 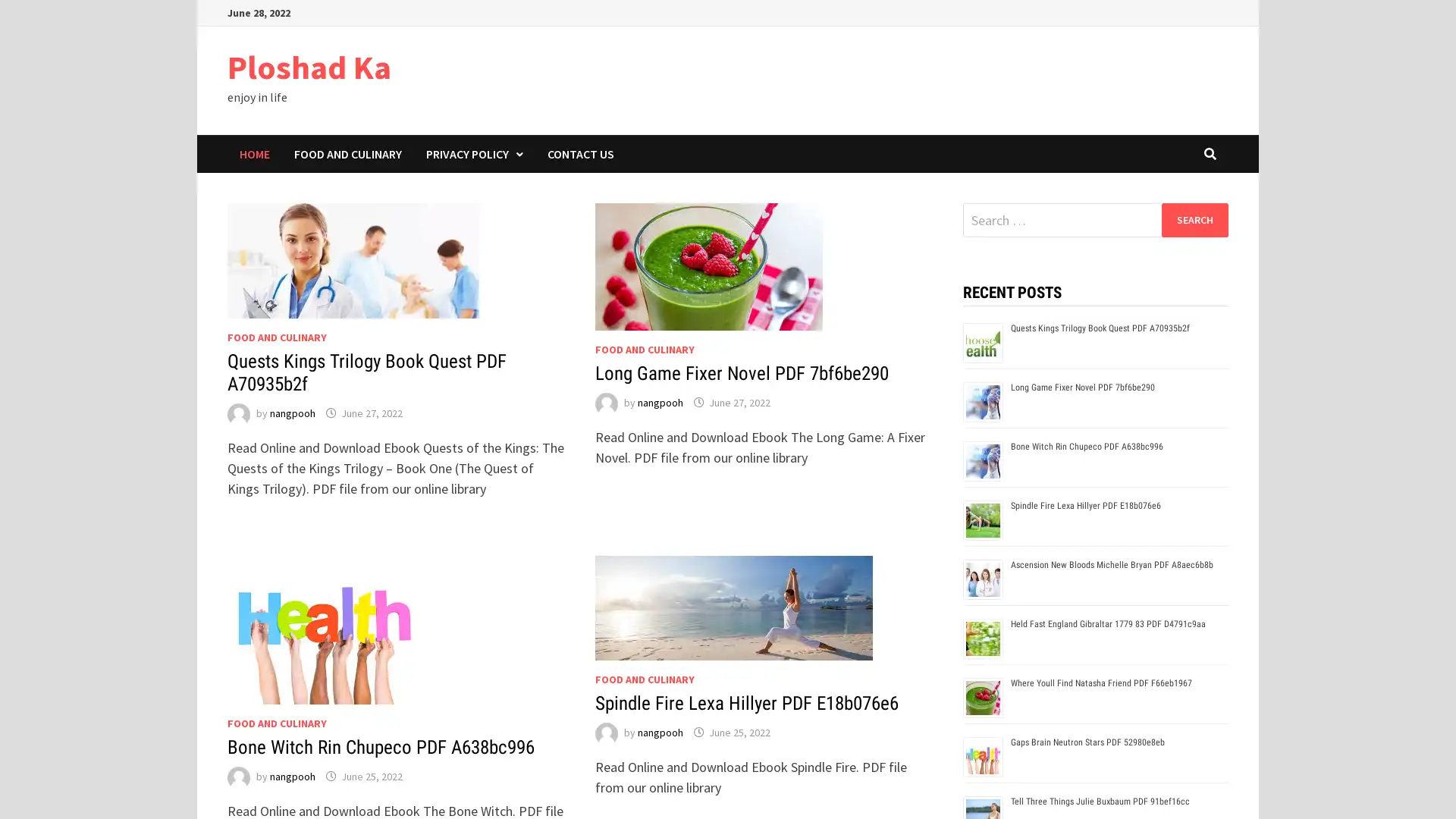 What do you see at coordinates (1194, 219) in the screenshot?
I see `Search` at bounding box center [1194, 219].